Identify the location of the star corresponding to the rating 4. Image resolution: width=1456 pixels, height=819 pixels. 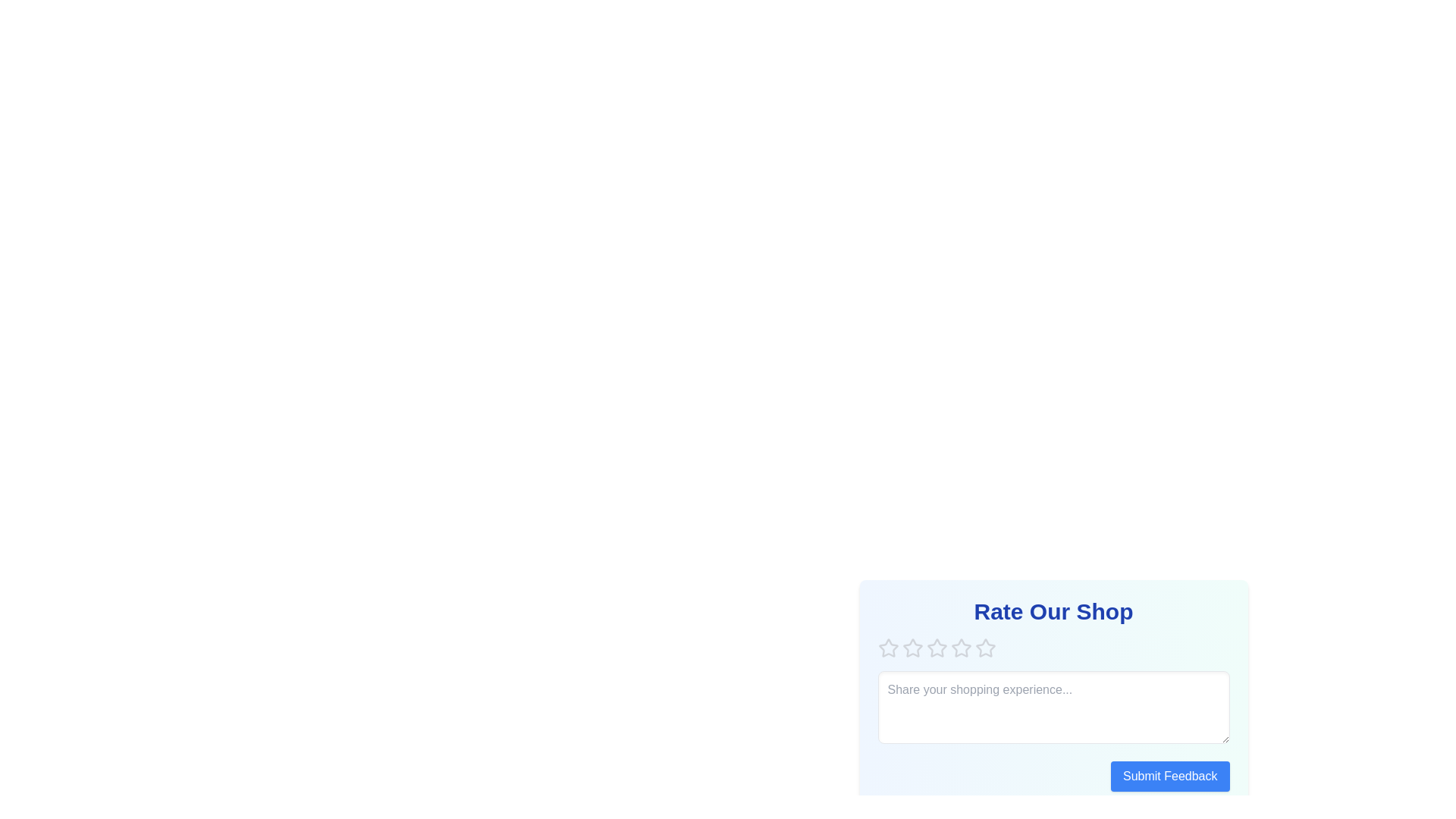
(960, 648).